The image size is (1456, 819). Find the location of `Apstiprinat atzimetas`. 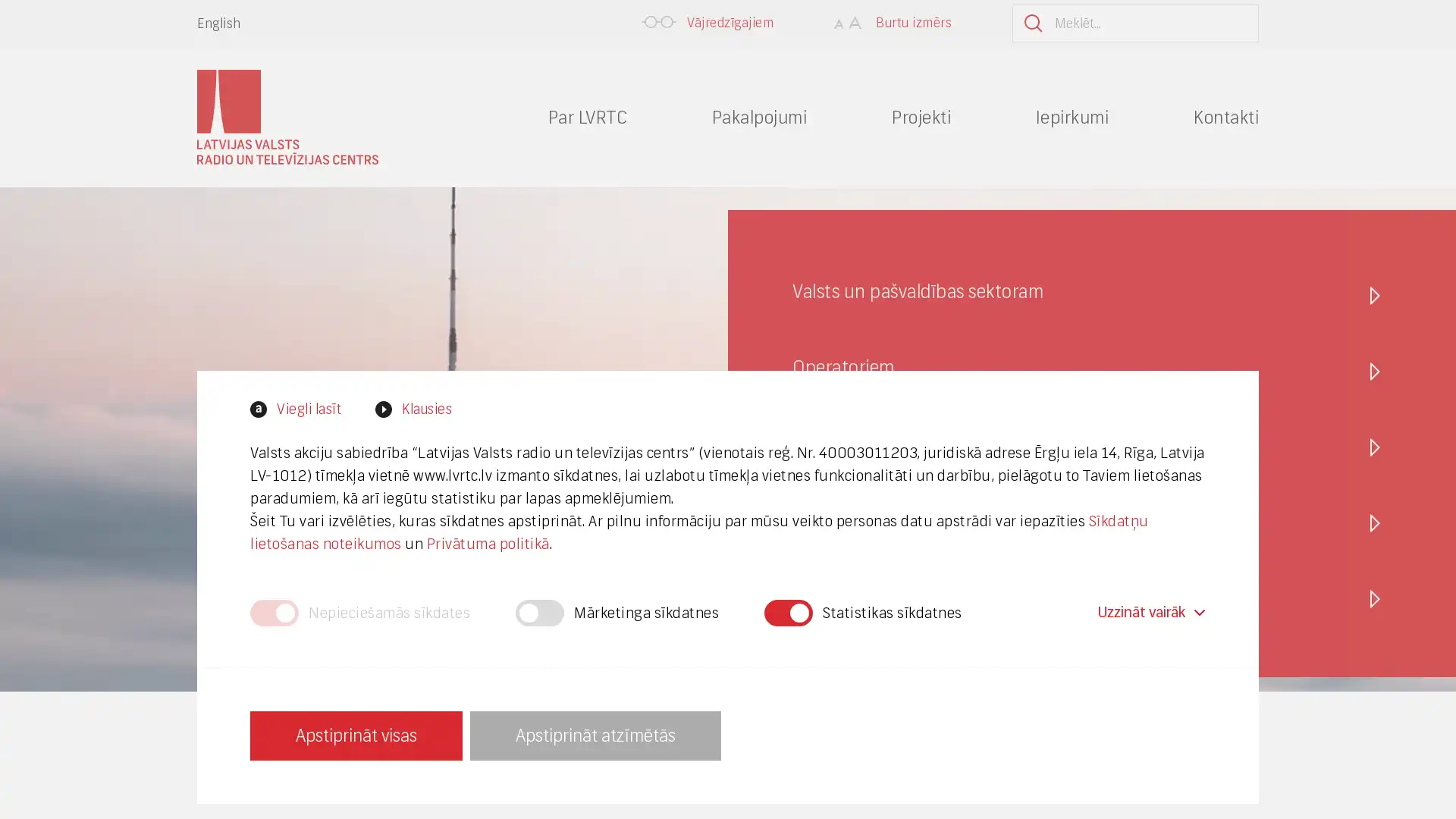

Apstiprinat atzimetas is located at coordinates (595, 734).